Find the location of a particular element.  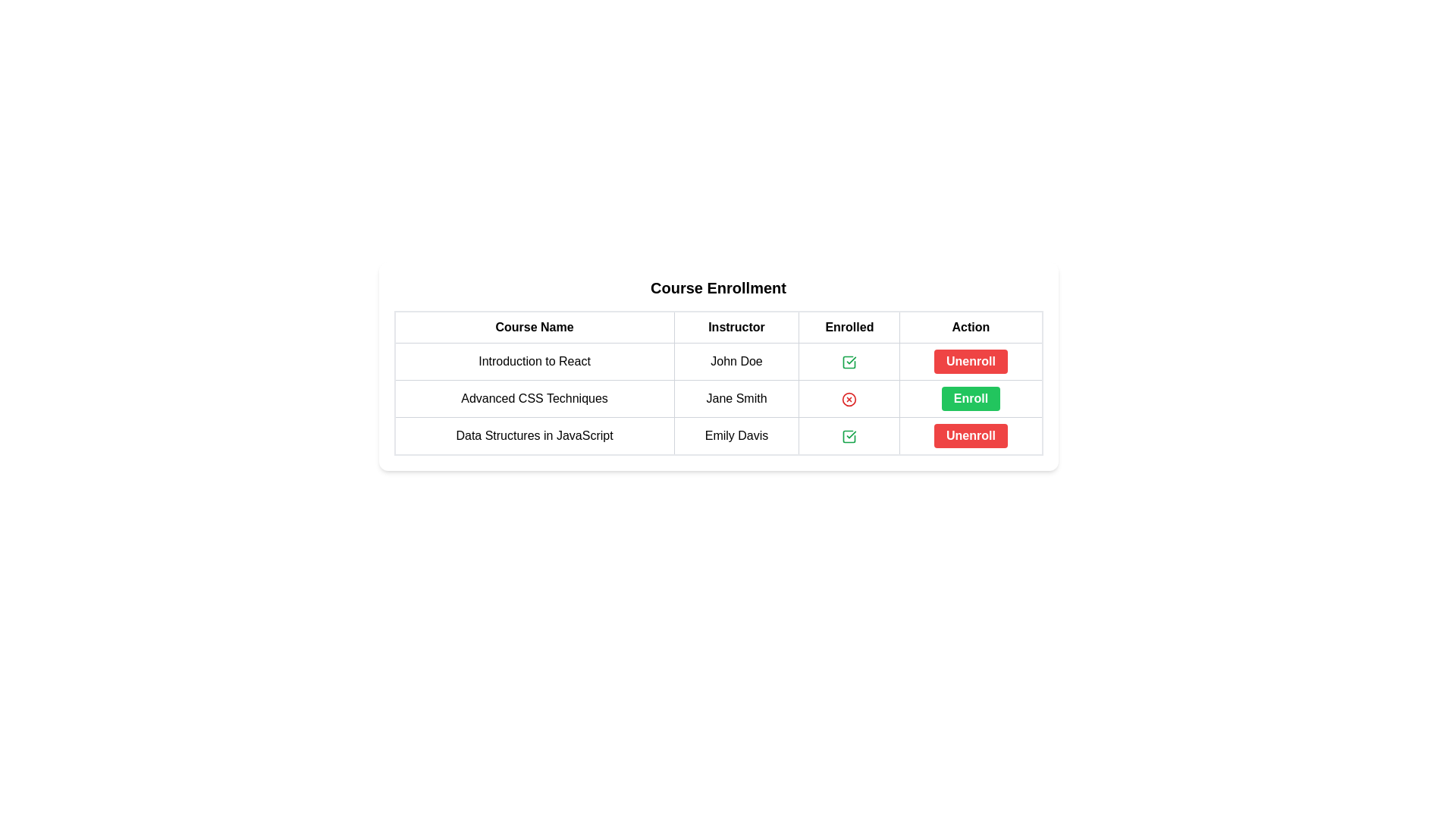

the fourth column header in the table that indicates the purpose of the last column for actions related to the rows' contents is located at coordinates (971, 326).